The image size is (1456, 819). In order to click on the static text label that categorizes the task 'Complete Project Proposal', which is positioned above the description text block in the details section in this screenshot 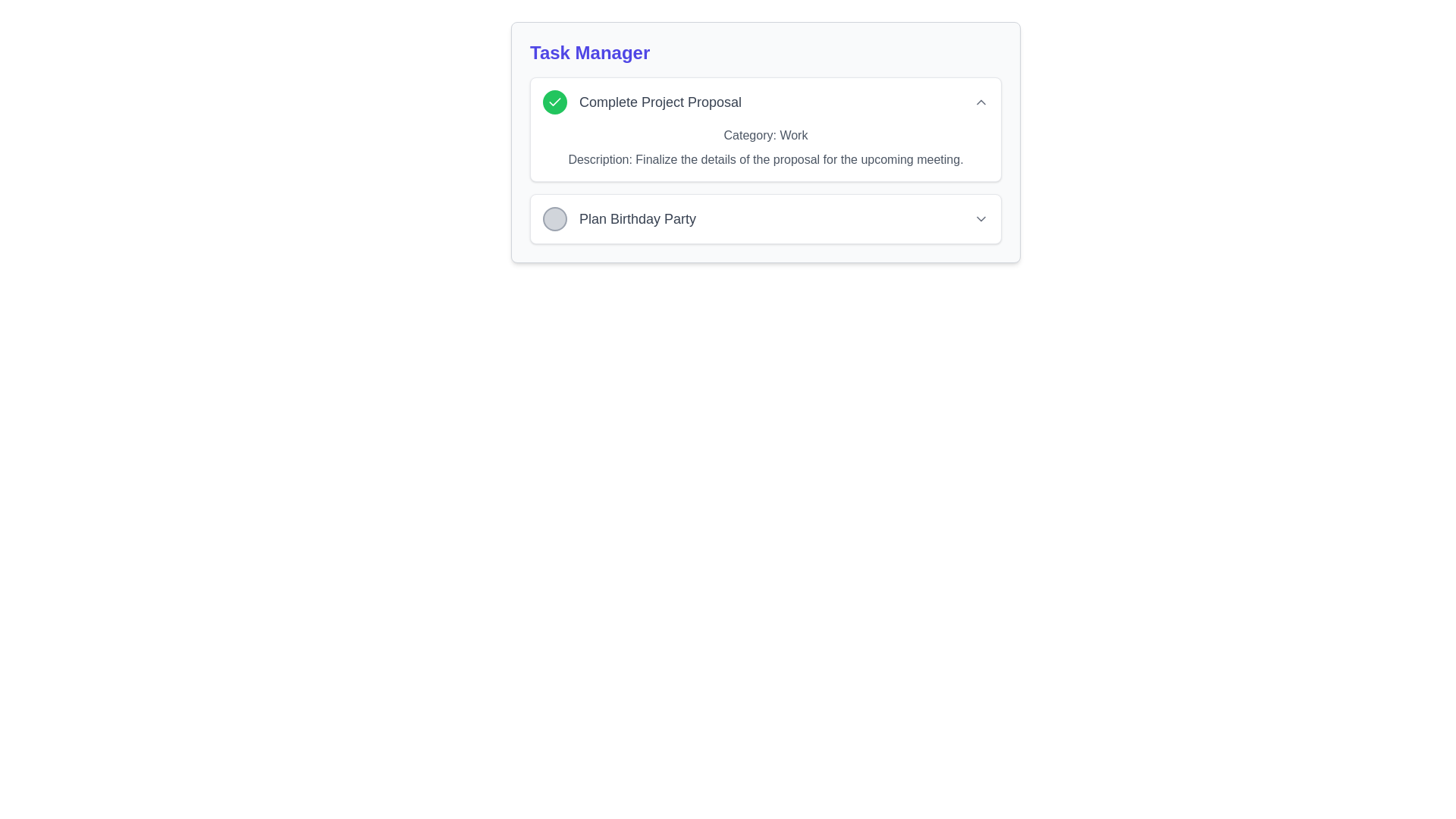, I will do `click(765, 134)`.